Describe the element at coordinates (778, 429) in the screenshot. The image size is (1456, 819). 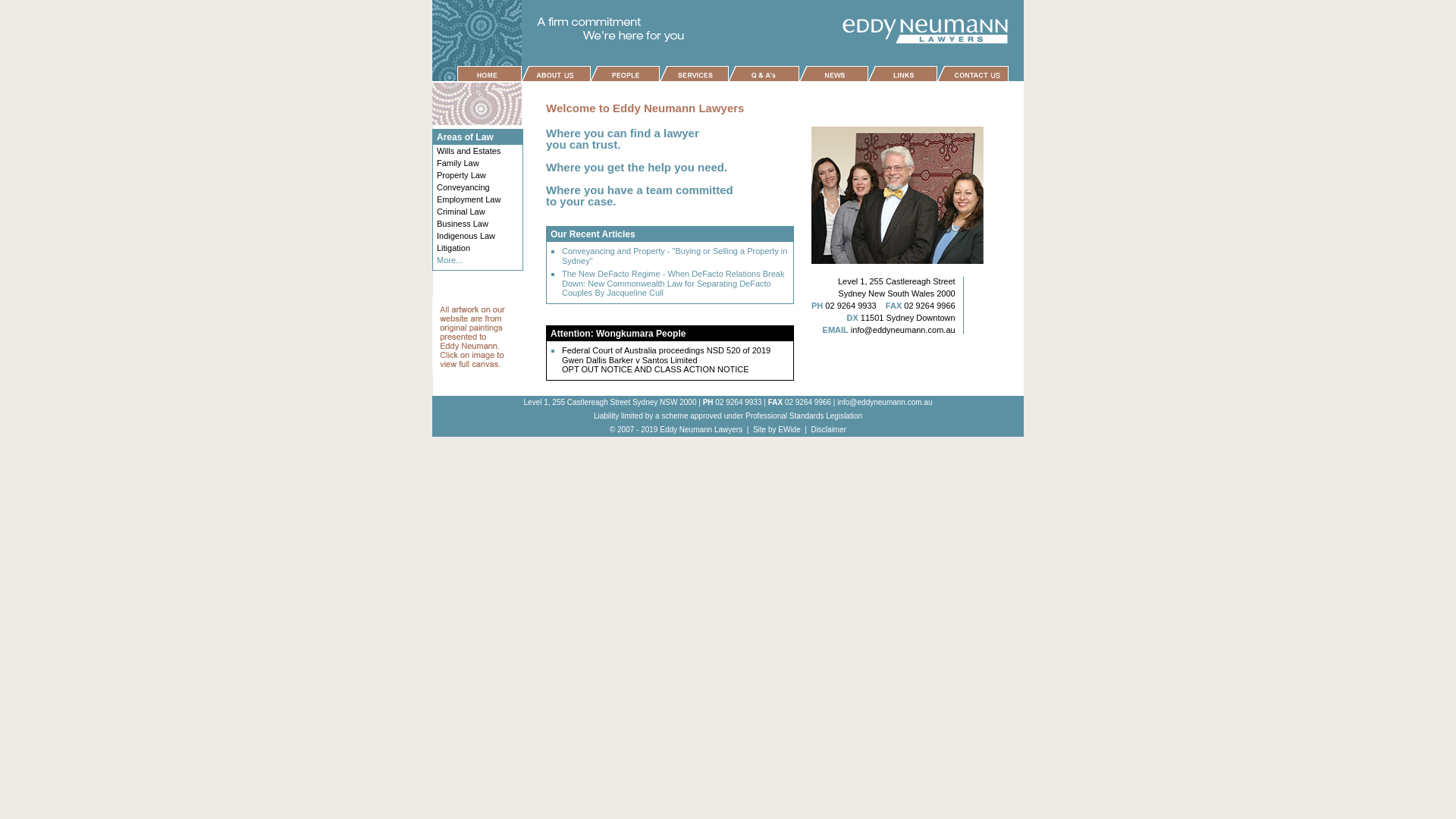
I see `'EWide'` at that location.